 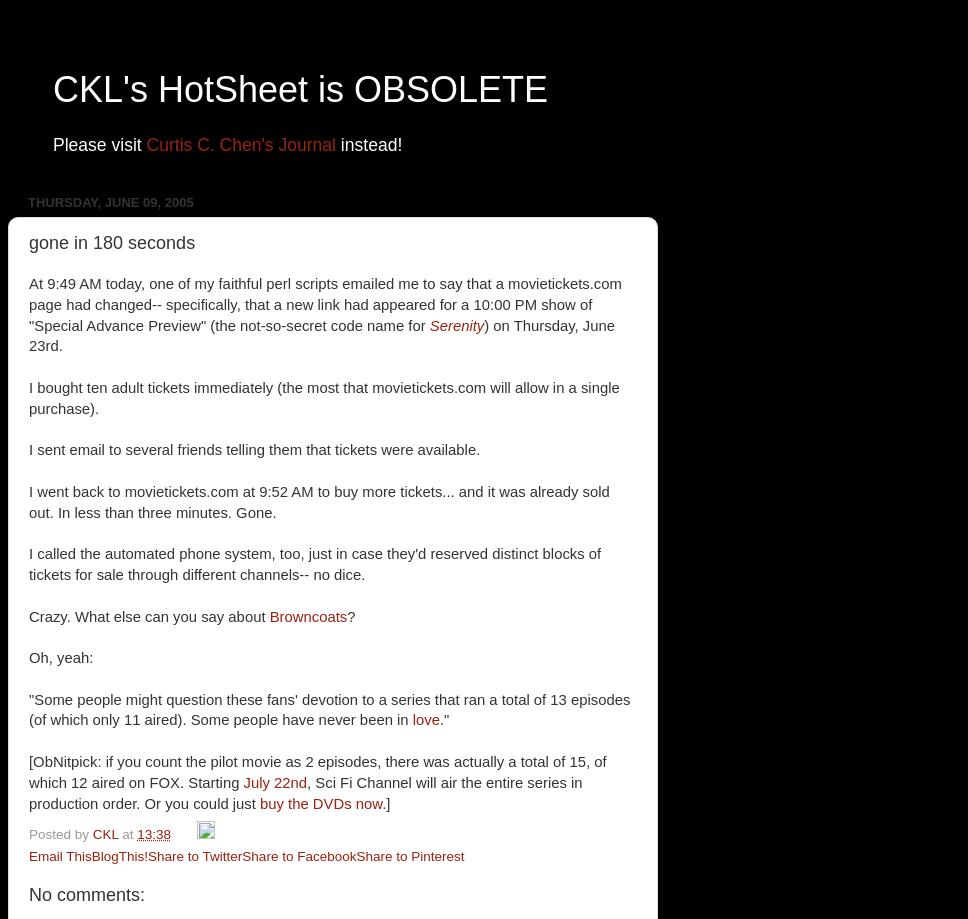 I want to click on 'Thursday, June 09, 2005', so click(x=110, y=202).